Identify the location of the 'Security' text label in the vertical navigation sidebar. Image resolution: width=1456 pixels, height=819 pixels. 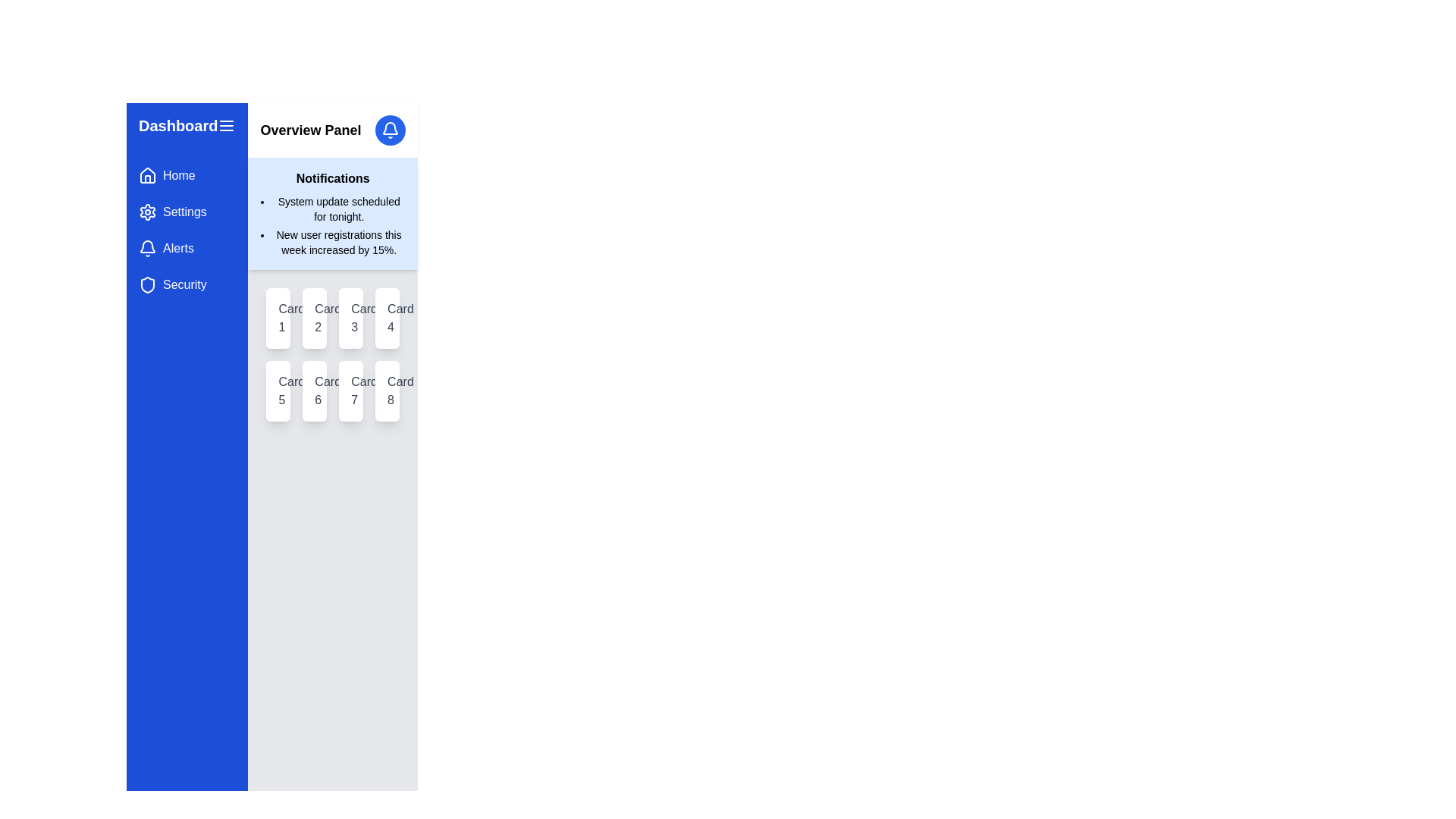
(184, 284).